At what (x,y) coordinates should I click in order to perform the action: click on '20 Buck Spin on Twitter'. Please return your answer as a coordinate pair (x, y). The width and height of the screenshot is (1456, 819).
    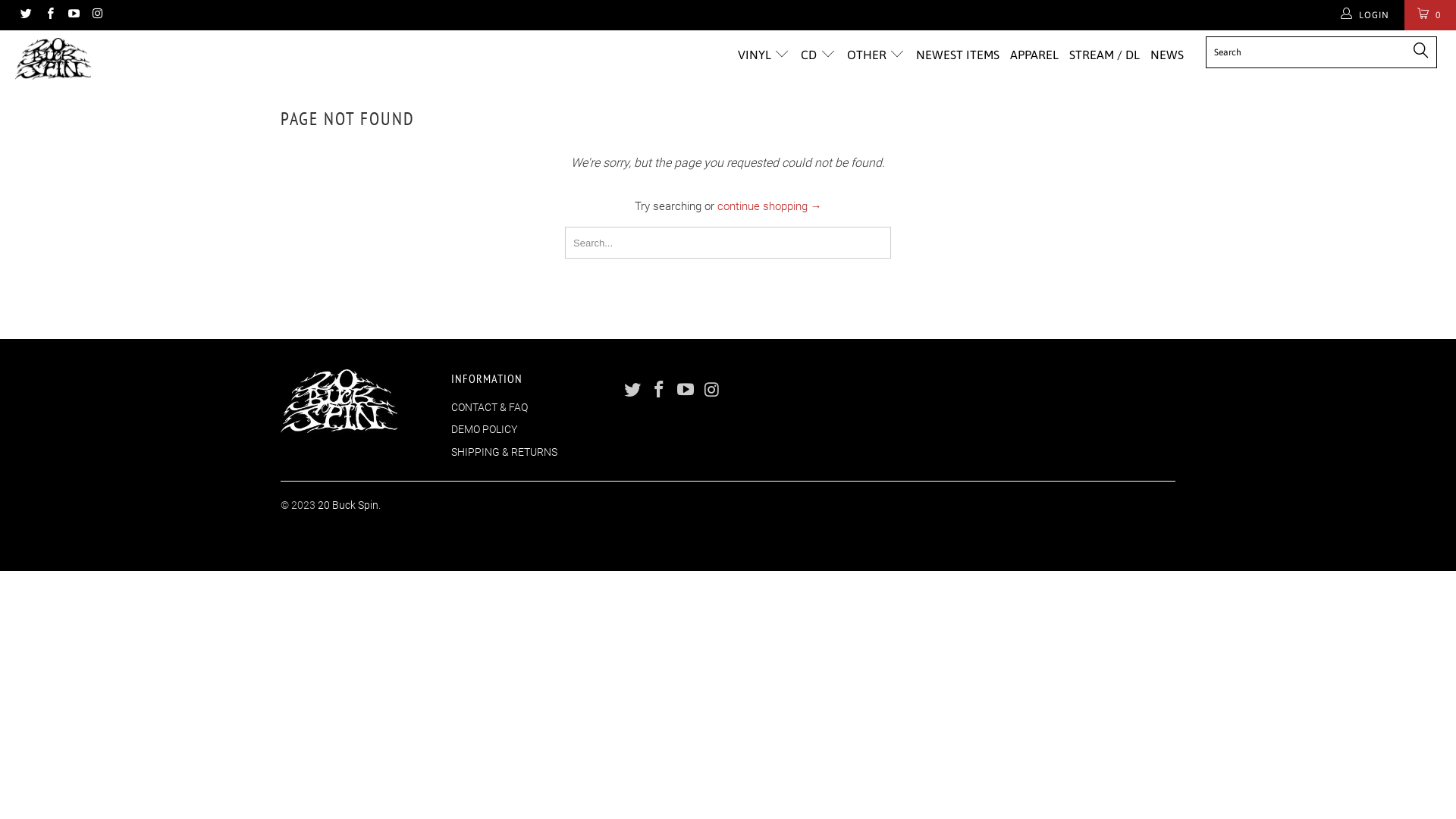
    Looking at the image, I should click on (633, 390).